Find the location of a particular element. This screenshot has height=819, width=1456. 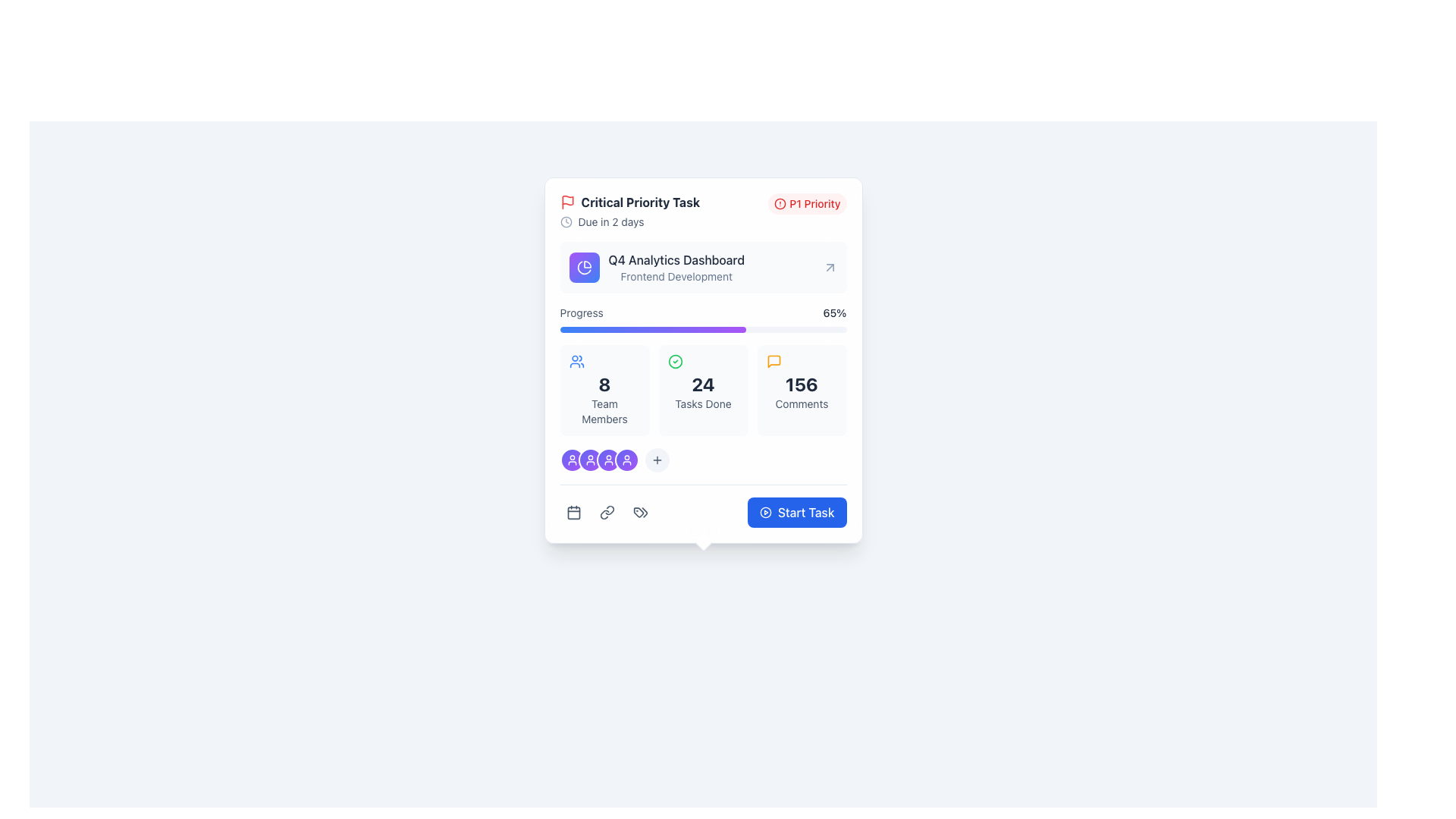

the user profile icon, which is styled with an indigo and purple gradient and located in the lower center area of the card is located at coordinates (626, 459).